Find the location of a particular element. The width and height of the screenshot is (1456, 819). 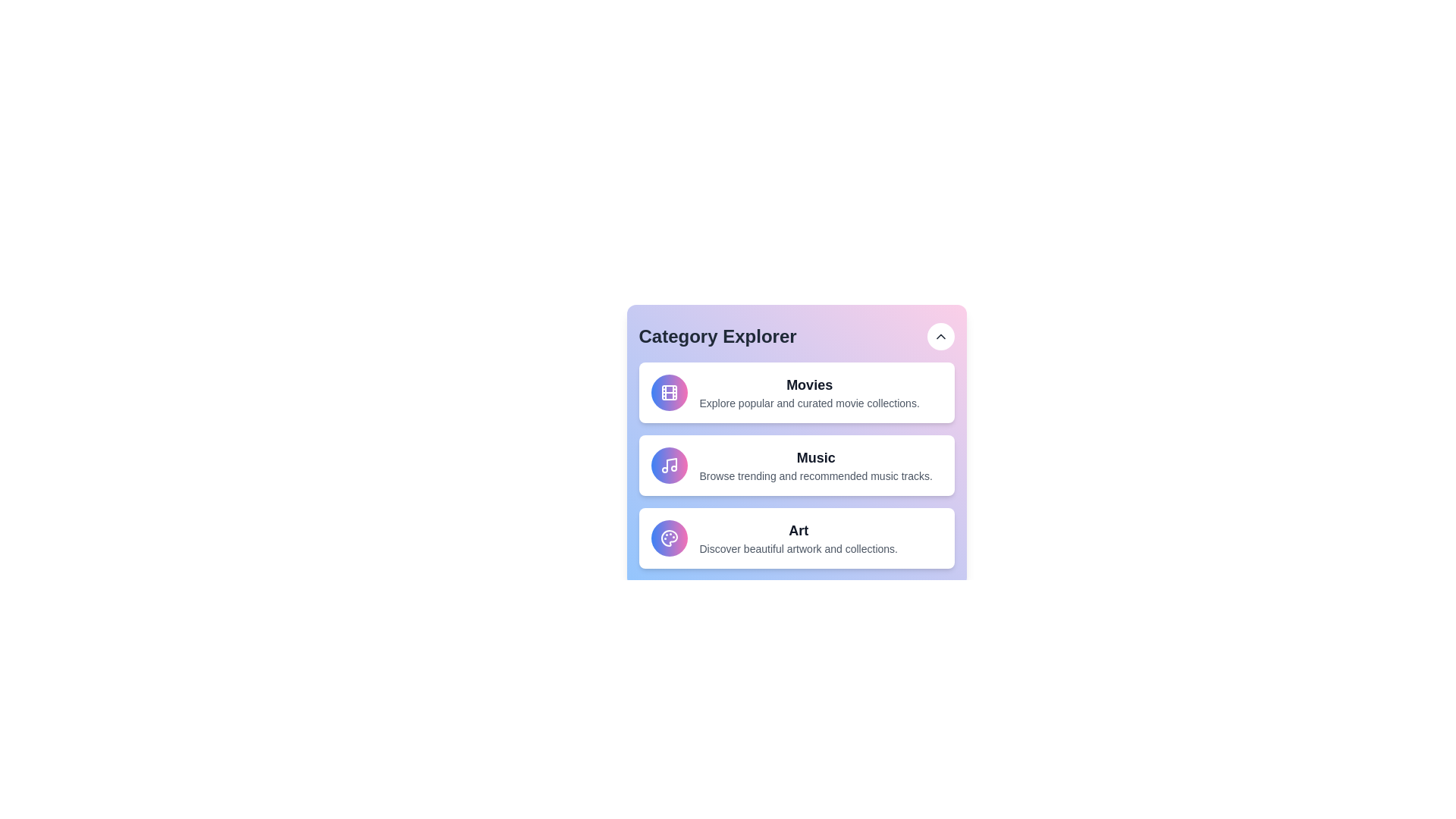

the icon of the Art category is located at coordinates (668, 537).